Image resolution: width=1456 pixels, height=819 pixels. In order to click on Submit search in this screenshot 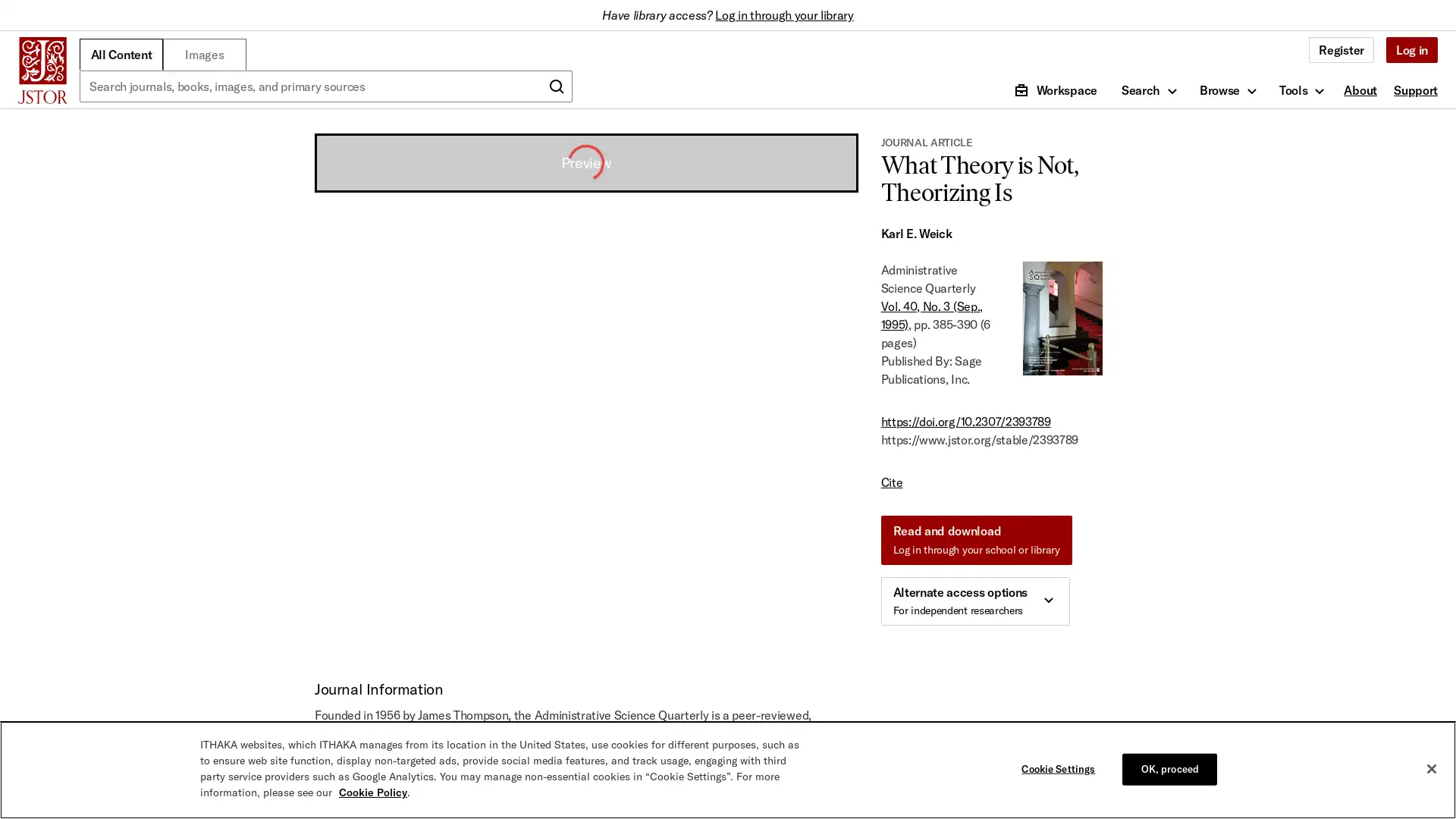, I will do `click(556, 86)`.